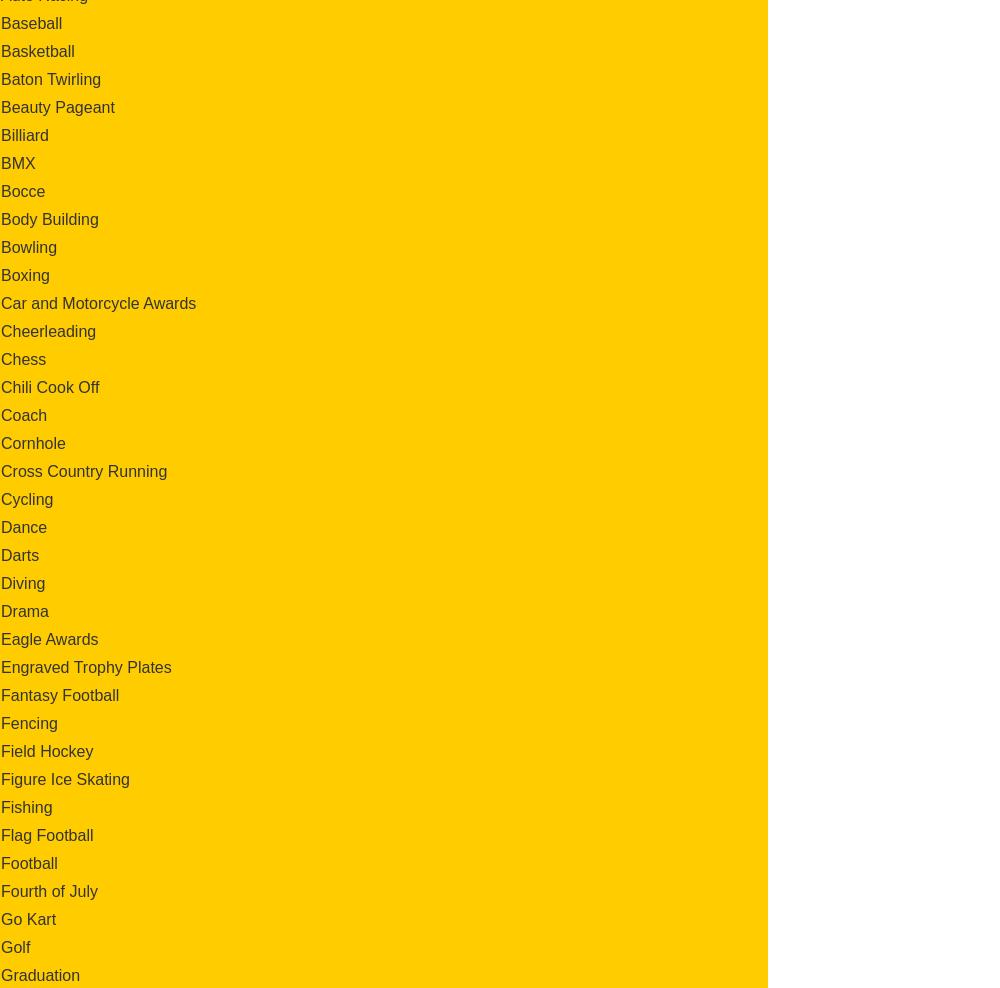 Image resolution: width=1000 pixels, height=988 pixels. What do you see at coordinates (1, 106) in the screenshot?
I see `'Beauty Pageant'` at bounding box center [1, 106].